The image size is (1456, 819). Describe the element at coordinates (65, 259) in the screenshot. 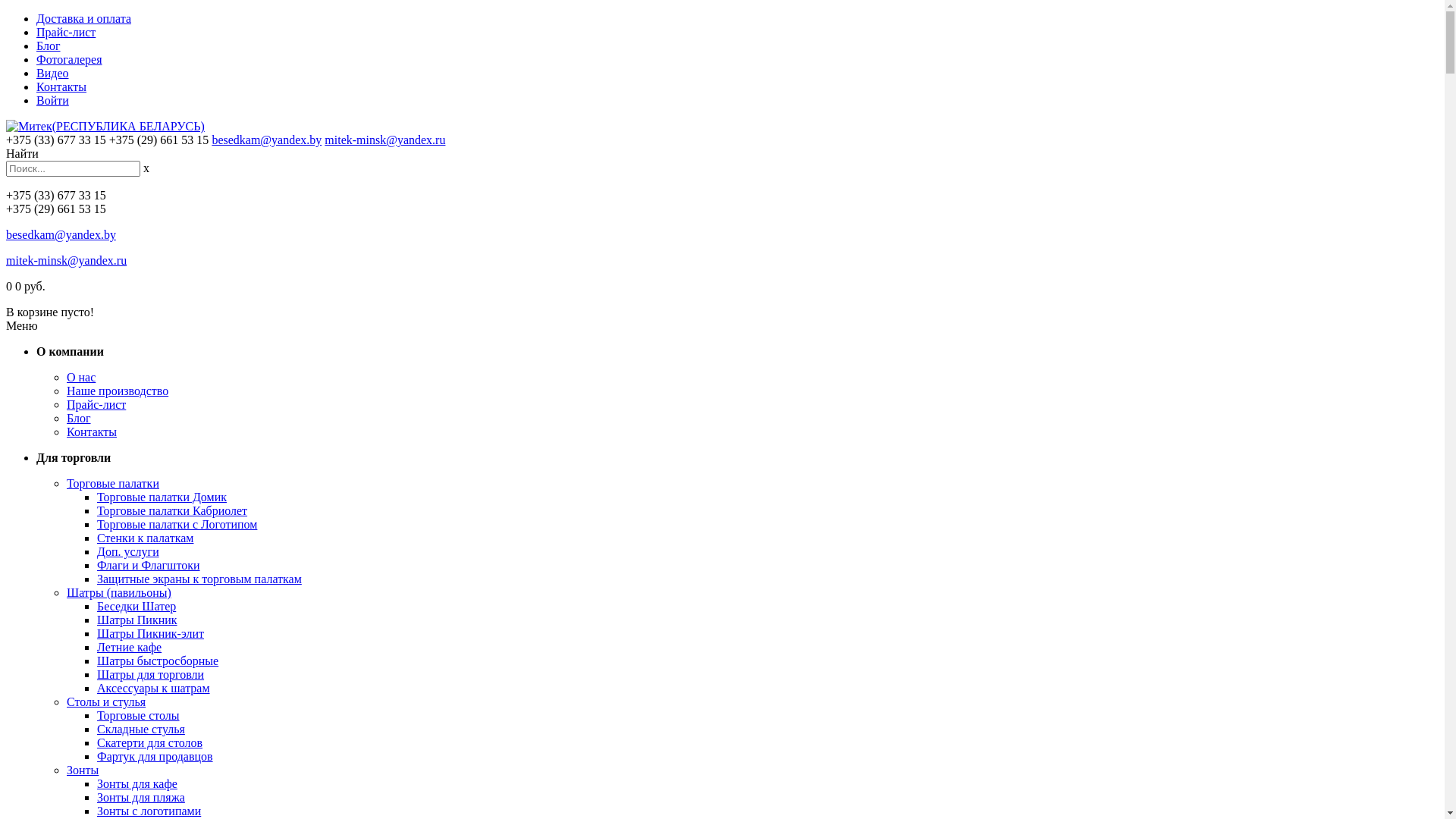

I see `'mitek-minsk@yandex.ru'` at that location.